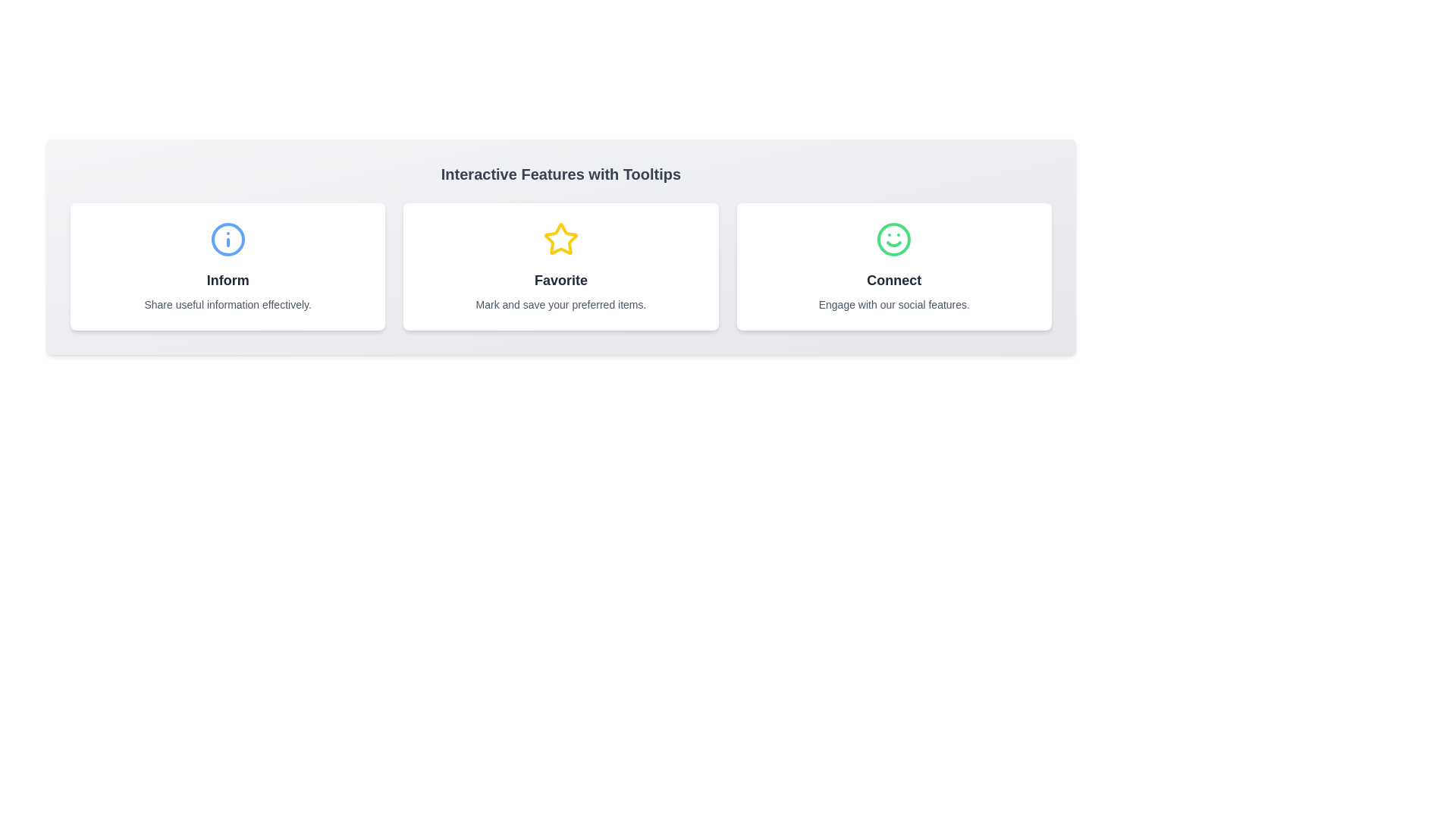 This screenshot has height=819, width=1456. Describe the element at coordinates (227, 304) in the screenshot. I see `the text label containing the message 'Share useful information effectively.' which is located in the informational card titled 'Inform' in the leftmost section of the layout` at that location.